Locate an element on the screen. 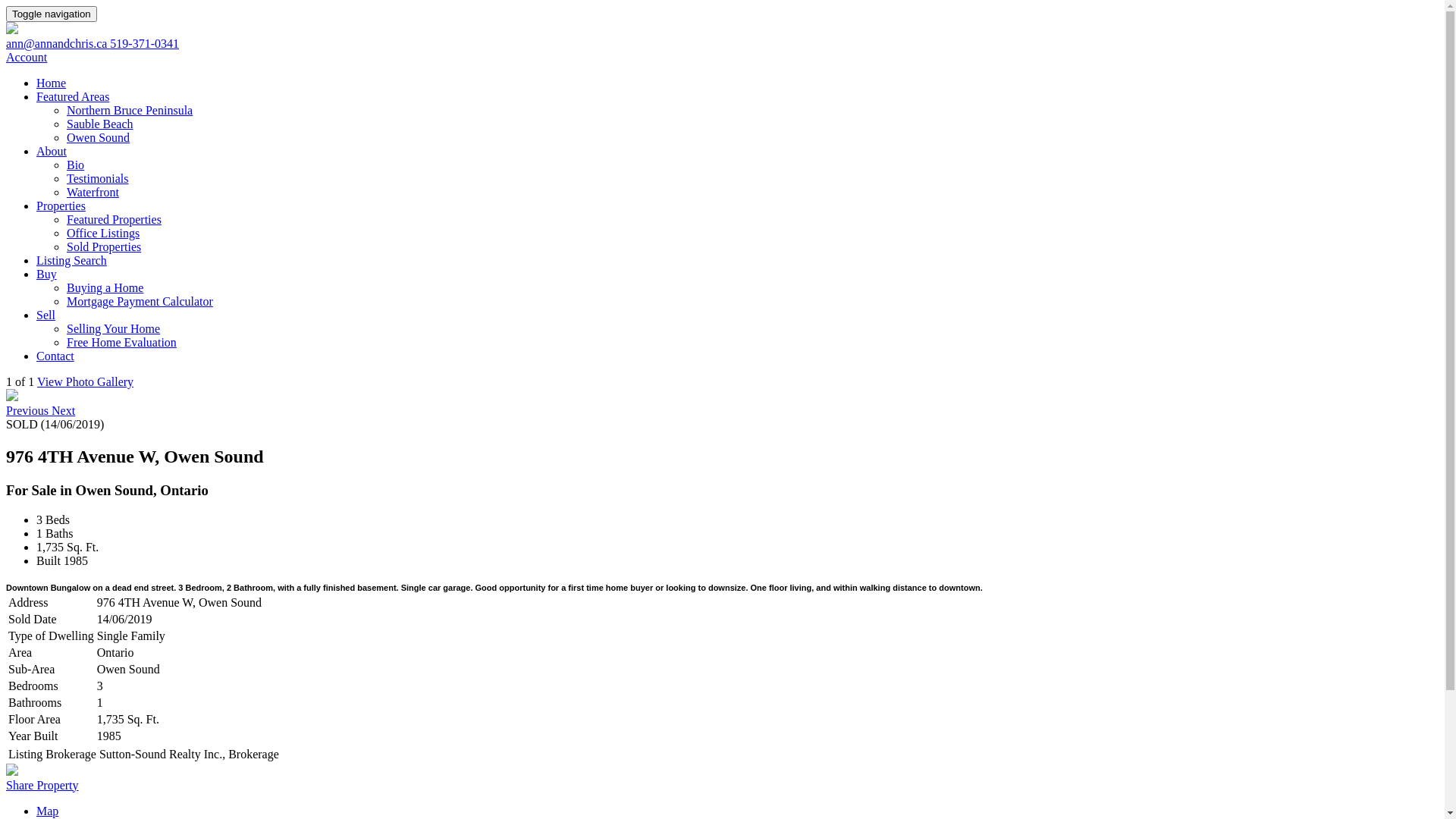 This screenshot has width=1456, height=819. 'Map' is located at coordinates (47, 810).